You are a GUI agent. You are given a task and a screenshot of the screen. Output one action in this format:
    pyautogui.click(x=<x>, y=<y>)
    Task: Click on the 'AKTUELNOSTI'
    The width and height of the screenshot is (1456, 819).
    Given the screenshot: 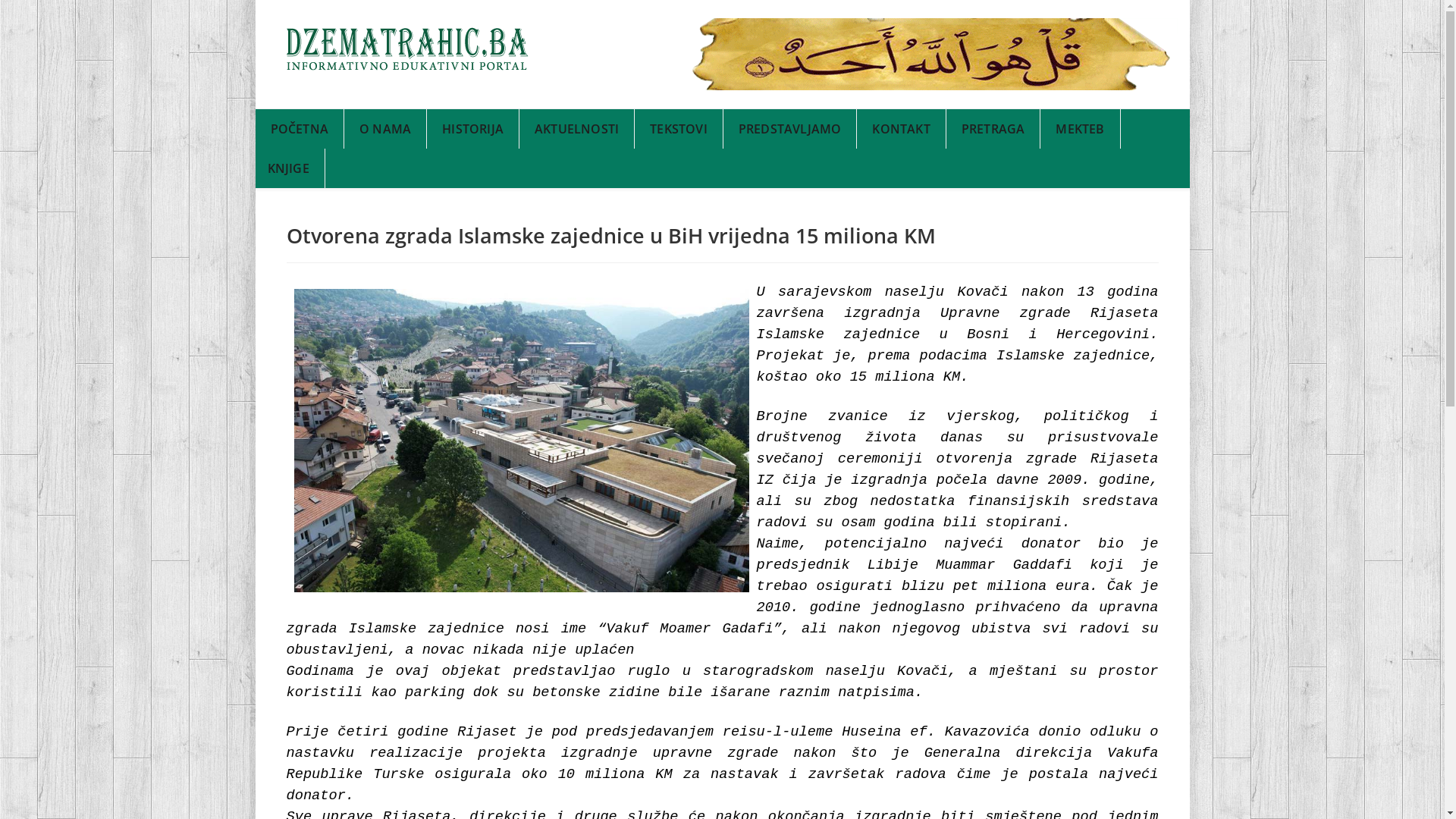 What is the action you would take?
    pyautogui.click(x=576, y=127)
    